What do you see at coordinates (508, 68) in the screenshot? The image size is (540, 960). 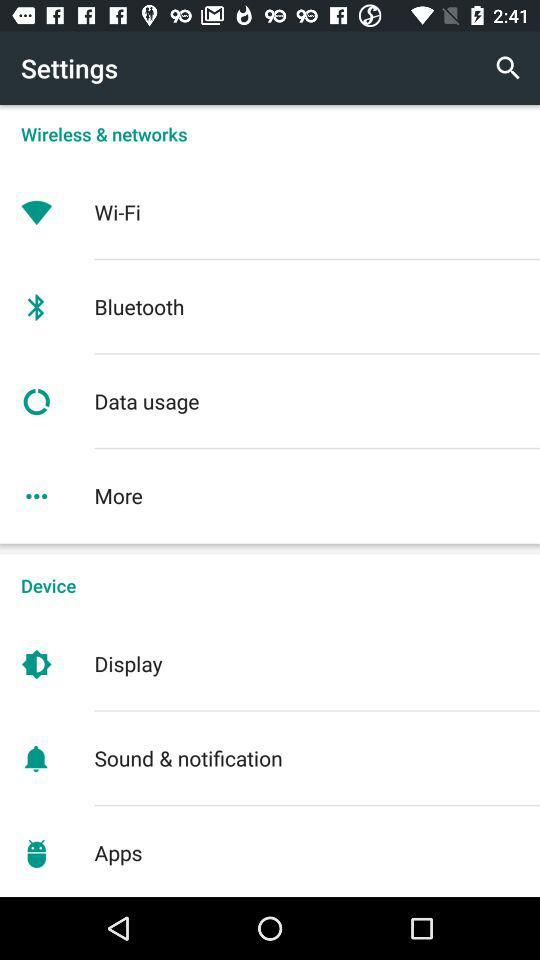 I see `the icon next to the settings app` at bounding box center [508, 68].